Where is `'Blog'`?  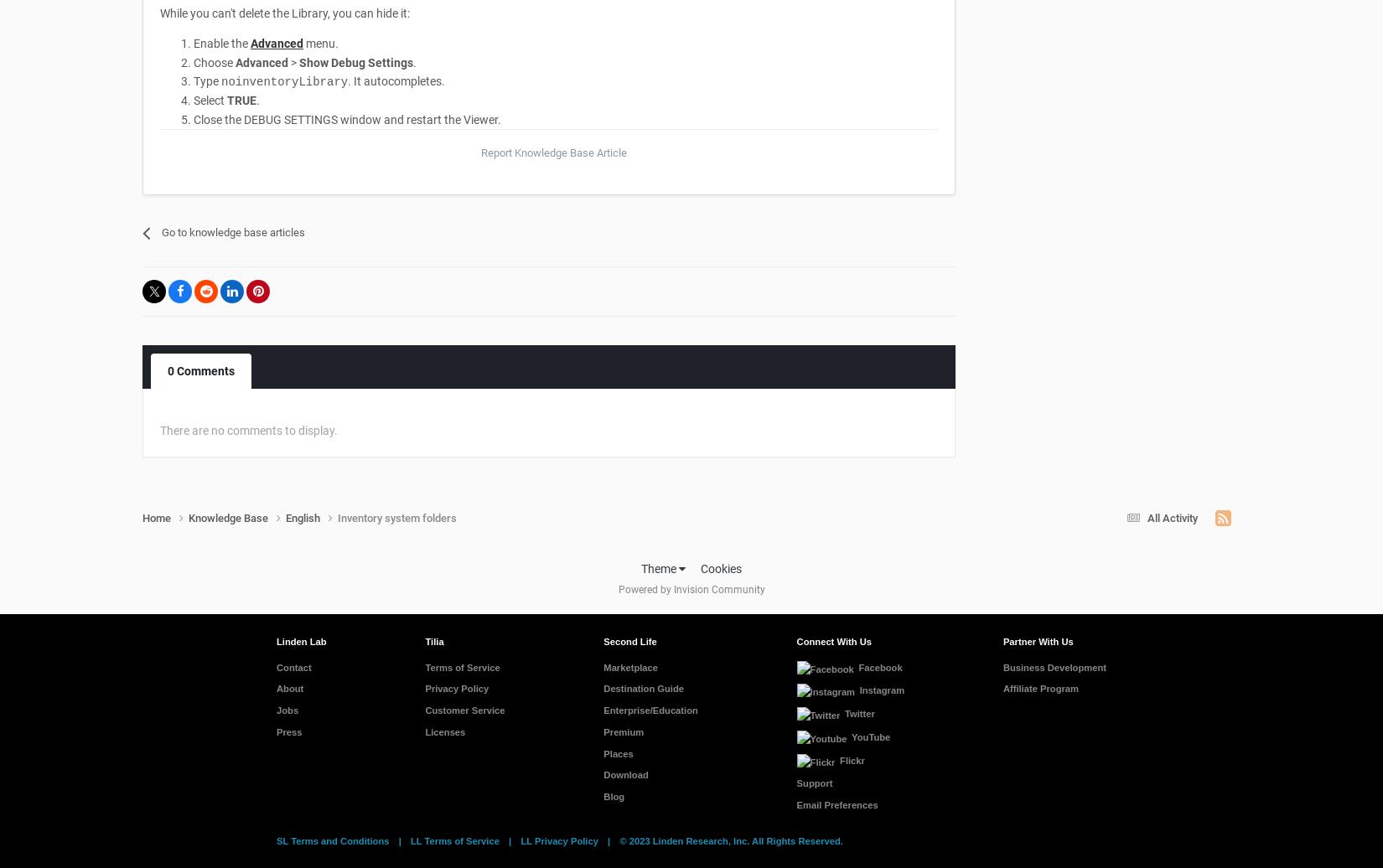
'Blog' is located at coordinates (613, 797).